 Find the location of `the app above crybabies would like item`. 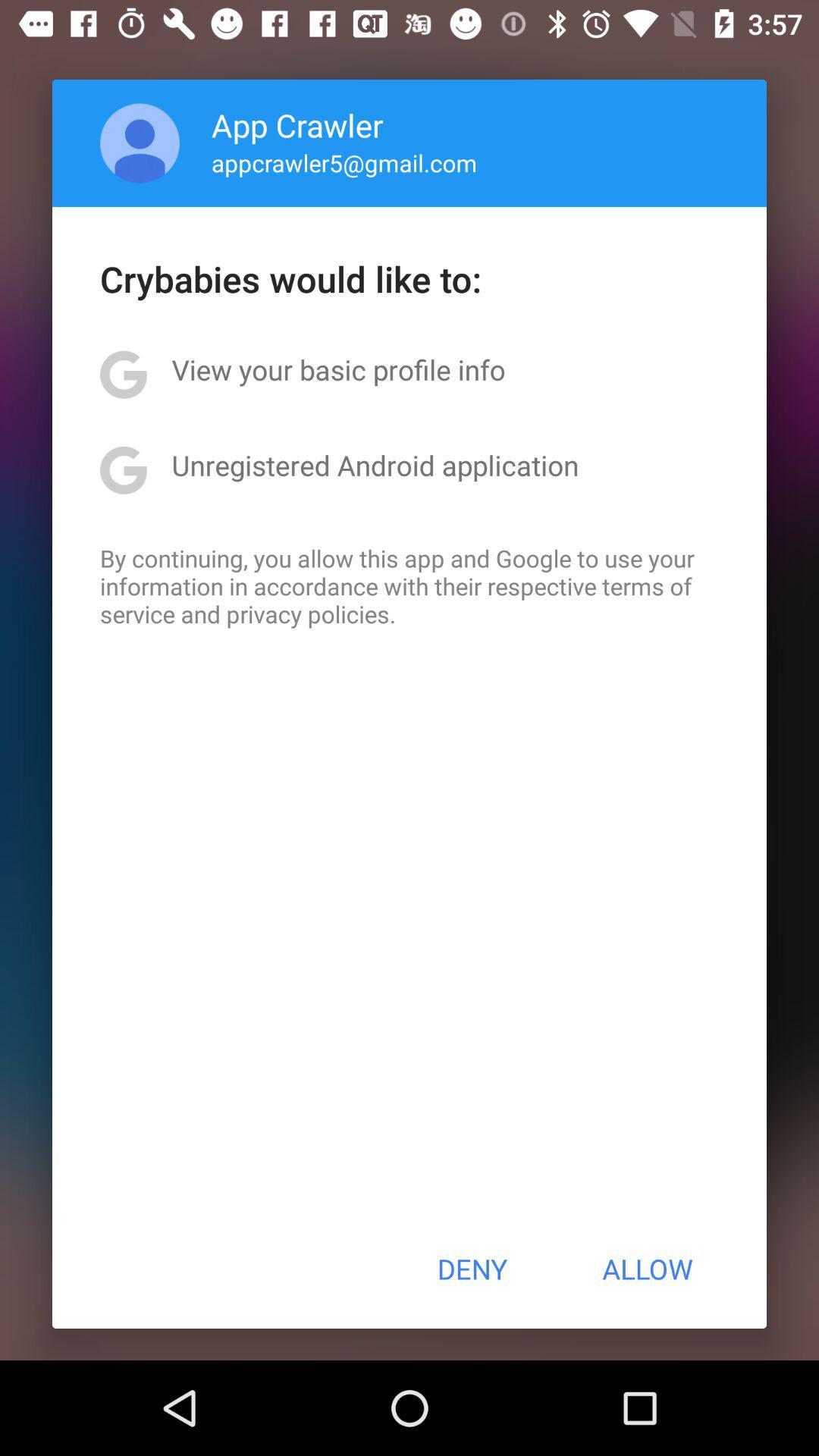

the app above crybabies would like item is located at coordinates (344, 162).